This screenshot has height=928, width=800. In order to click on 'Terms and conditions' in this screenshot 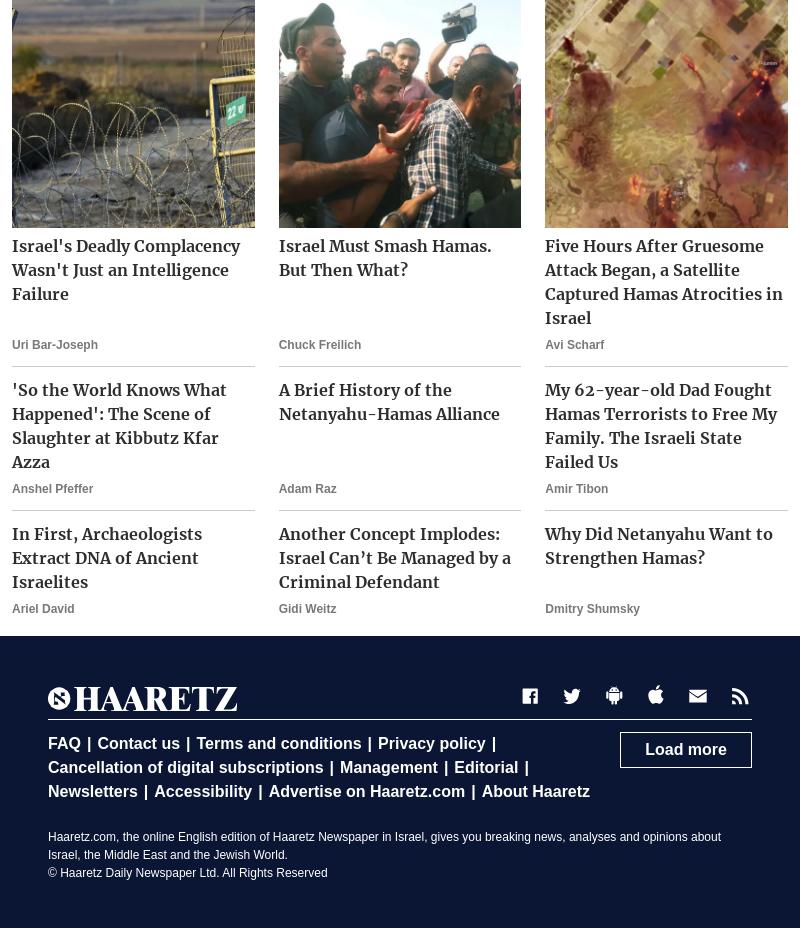, I will do `click(278, 742)`.